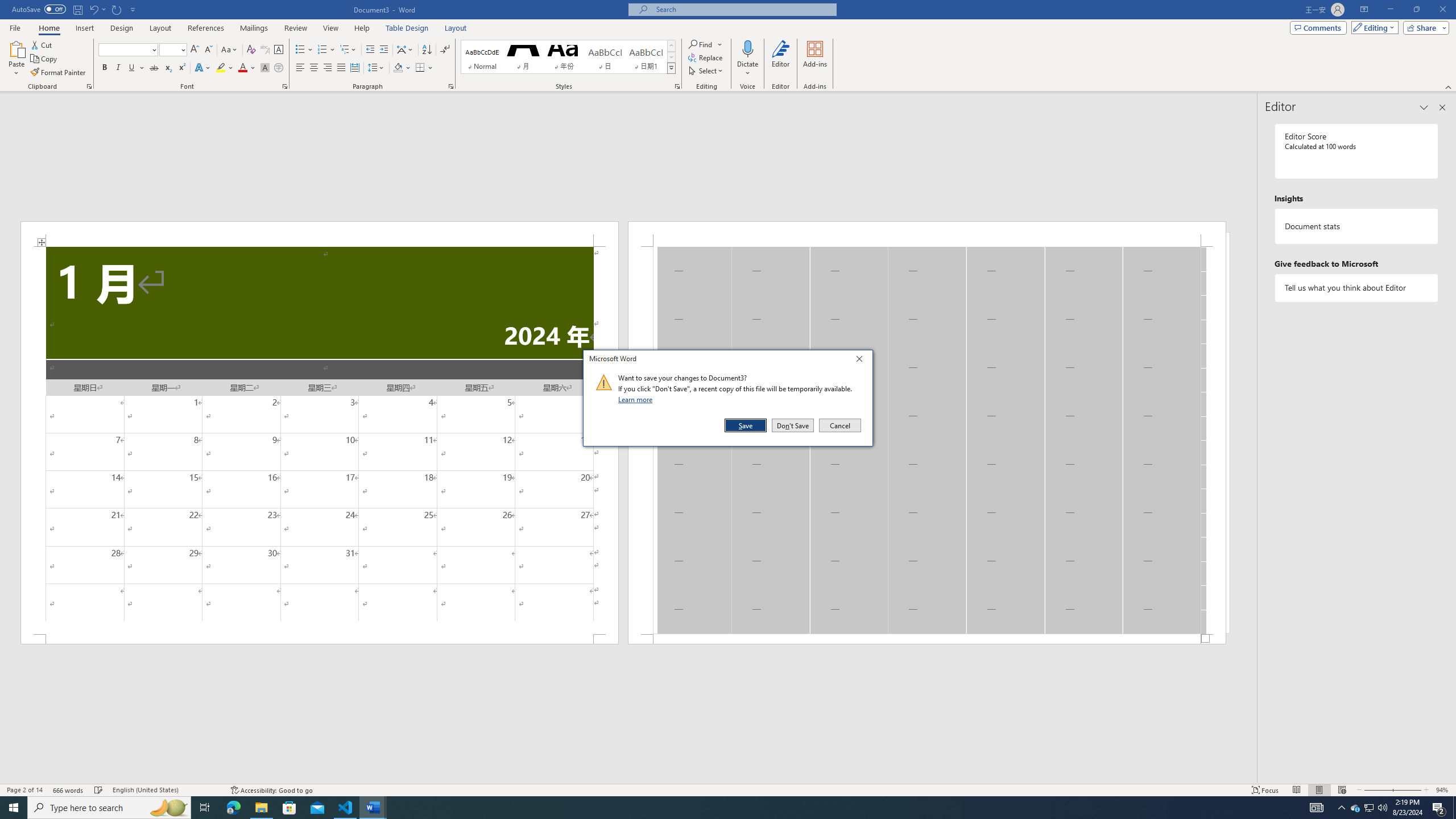  What do you see at coordinates (377, 67) in the screenshot?
I see `'Line and Paragraph Spacing'` at bounding box center [377, 67].